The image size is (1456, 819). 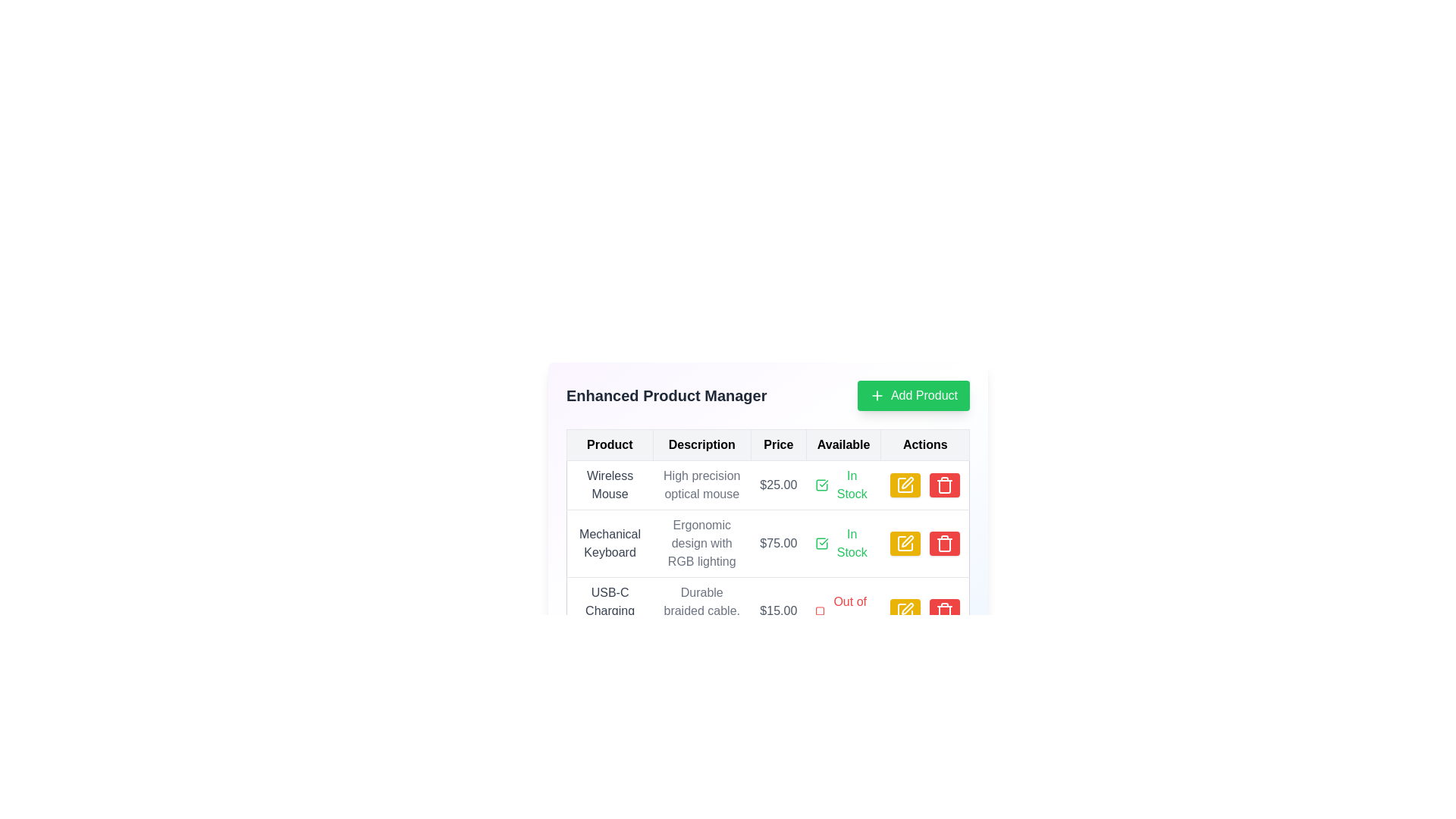 What do you see at coordinates (943, 611) in the screenshot?
I see `the trash icon representing the delete action` at bounding box center [943, 611].